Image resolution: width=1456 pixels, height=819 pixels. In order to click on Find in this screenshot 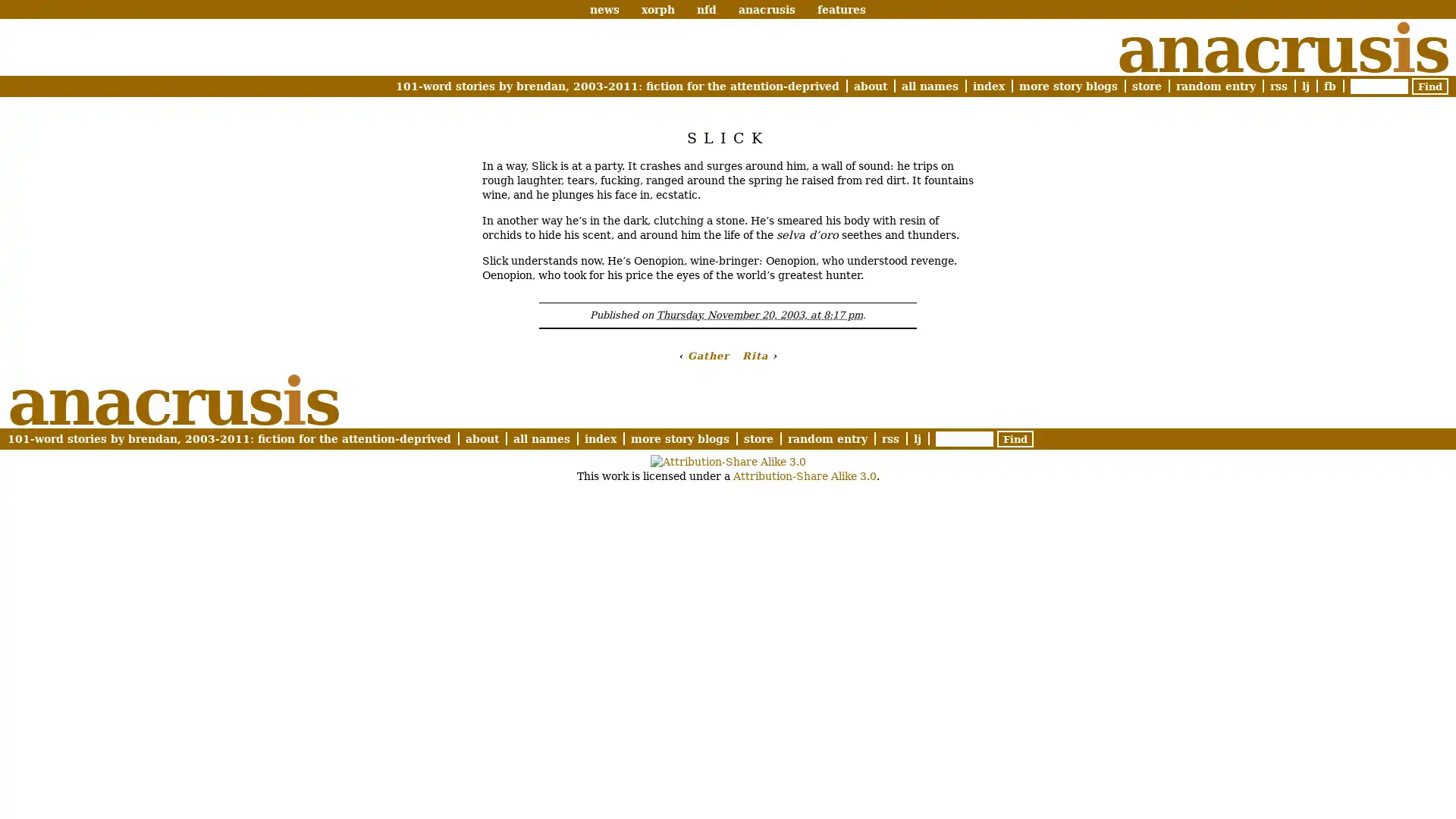, I will do `click(1429, 86)`.